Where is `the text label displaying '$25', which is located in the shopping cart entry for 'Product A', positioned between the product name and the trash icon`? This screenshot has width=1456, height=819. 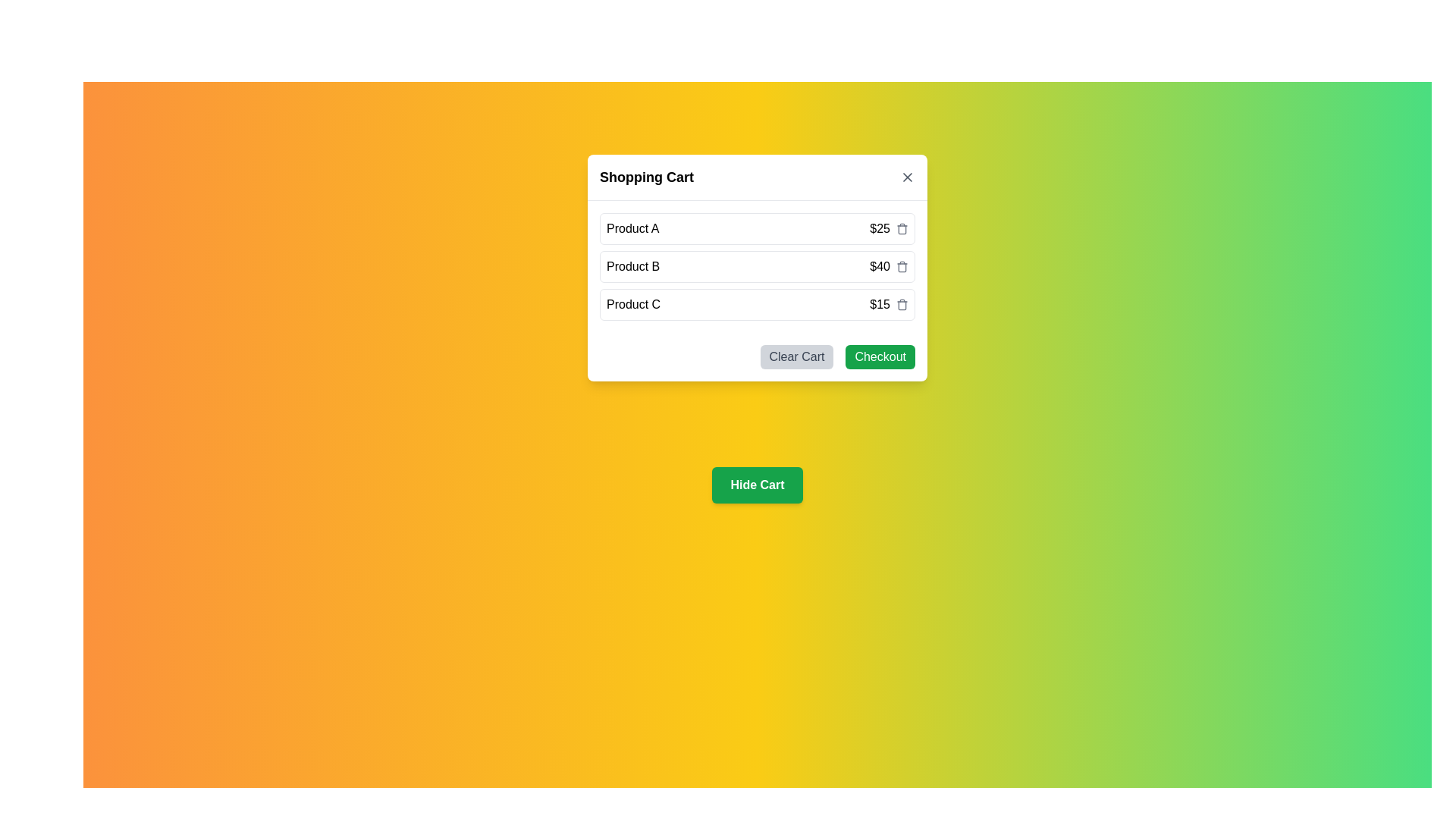
the text label displaying '$25', which is located in the shopping cart entry for 'Product A', positioned between the product name and the trash icon is located at coordinates (889, 228).